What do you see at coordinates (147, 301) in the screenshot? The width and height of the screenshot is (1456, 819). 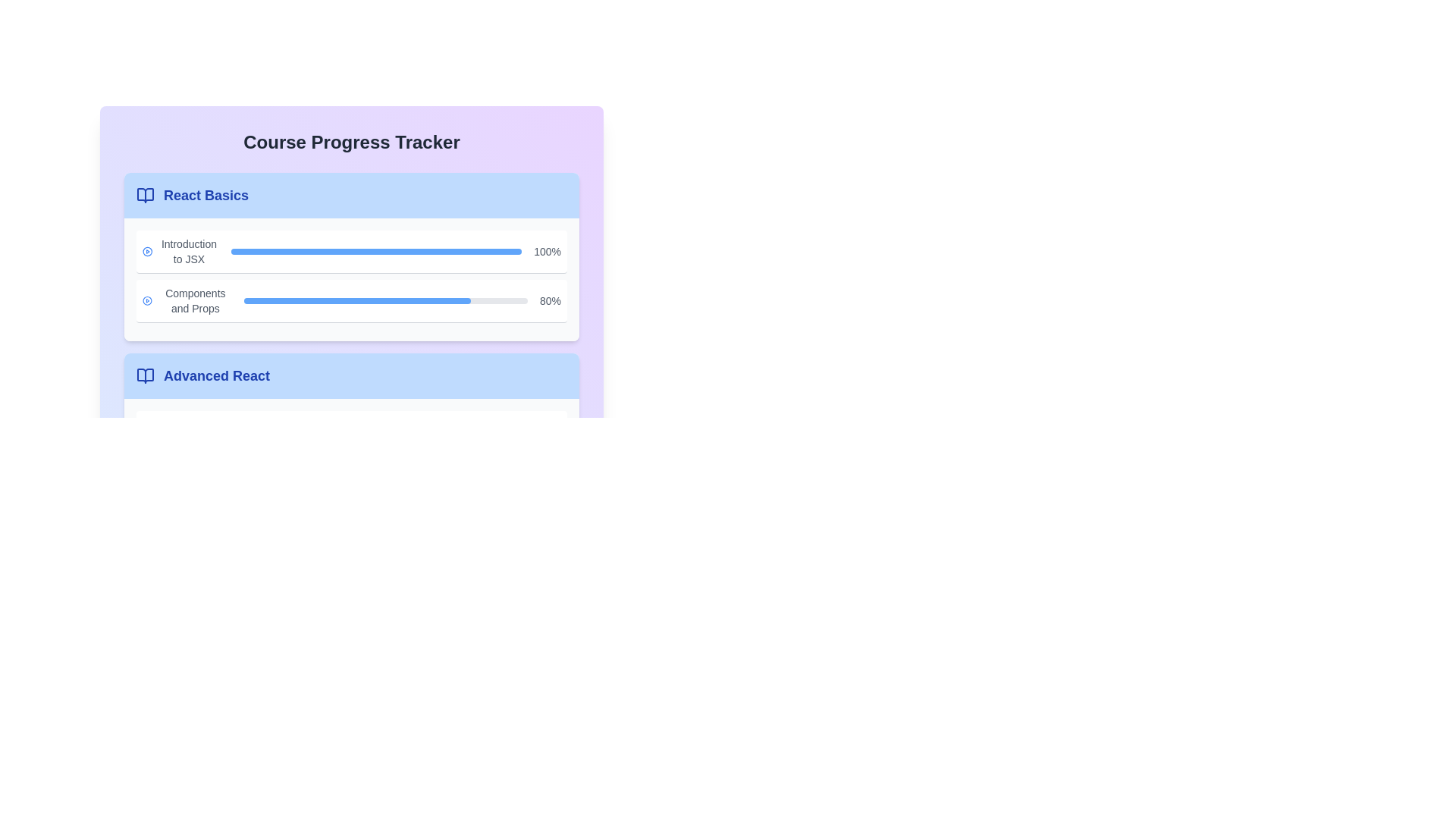 I see `the blue circular play button icon with a white triangle, located to the left of the text 'Components and Props' in the 'React Basics' section` at bounding box center [147, 301].